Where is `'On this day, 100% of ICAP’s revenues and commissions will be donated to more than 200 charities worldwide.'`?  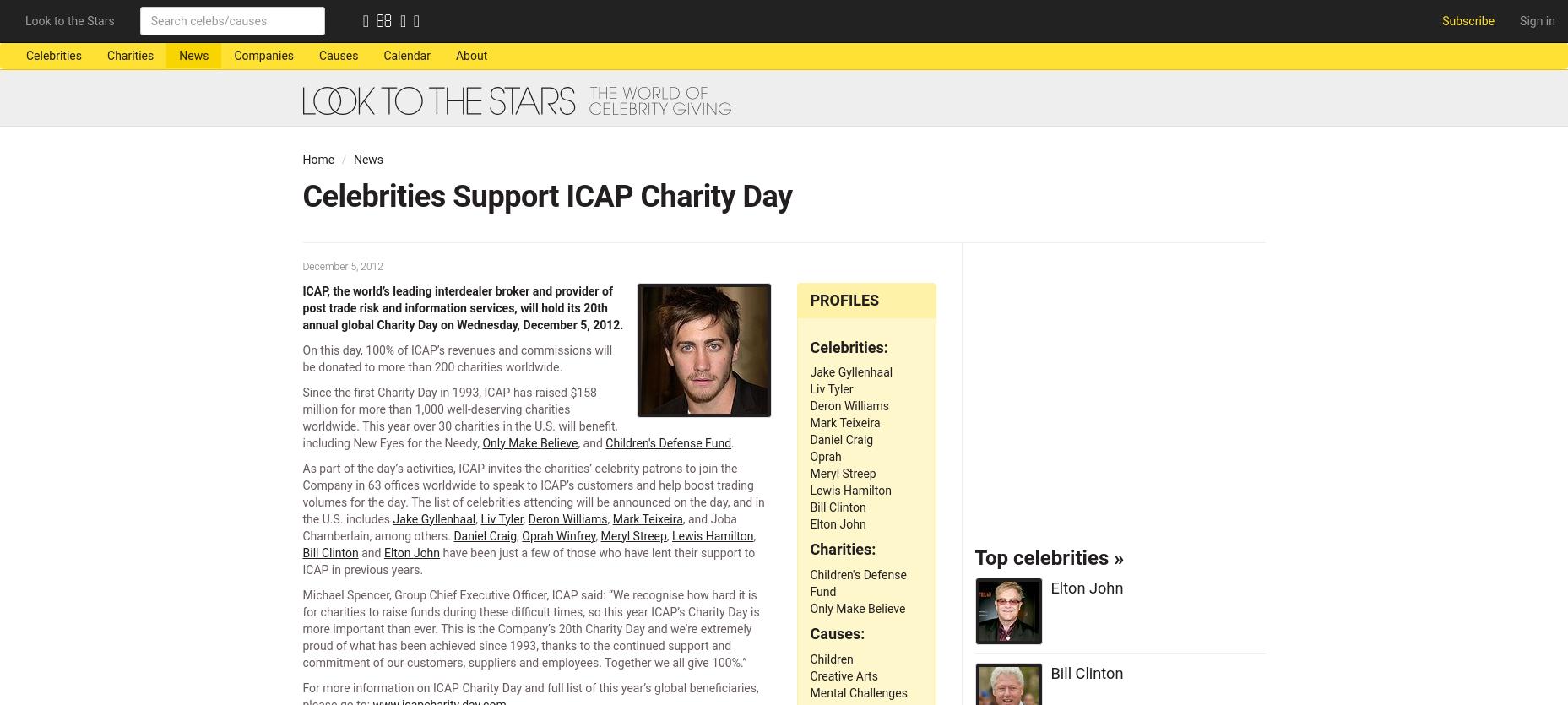 'On this day, 100% of ICAP’s revenues and commissions will be donated to more than 200 charities worldwide.' is located at coordinates (302, 357).